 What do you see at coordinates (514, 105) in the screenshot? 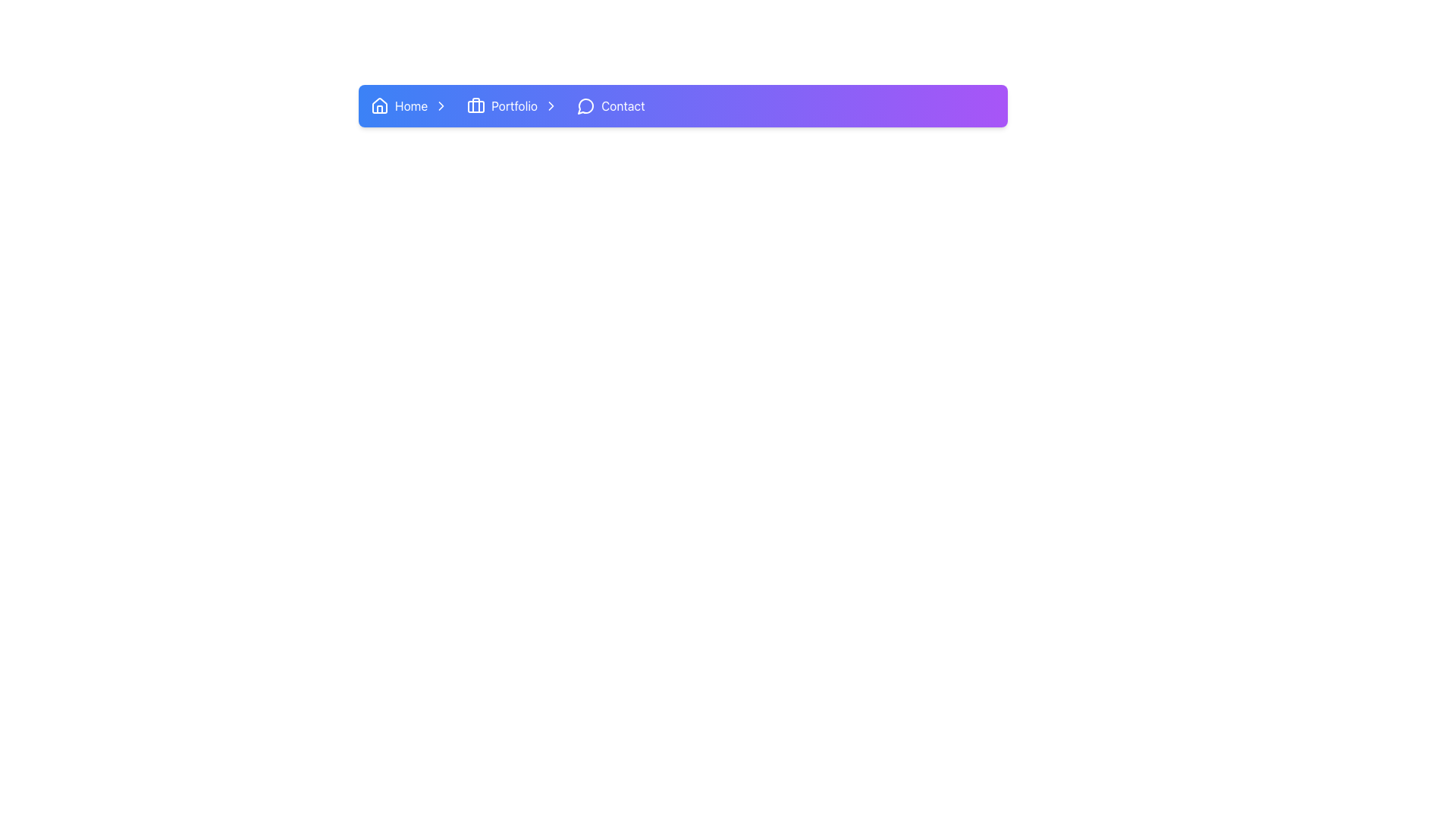
I see `the 'Portfolio' link, which is the third item in the navigation bar, styled with white font on a blue background` at bounding box center [514, 105].